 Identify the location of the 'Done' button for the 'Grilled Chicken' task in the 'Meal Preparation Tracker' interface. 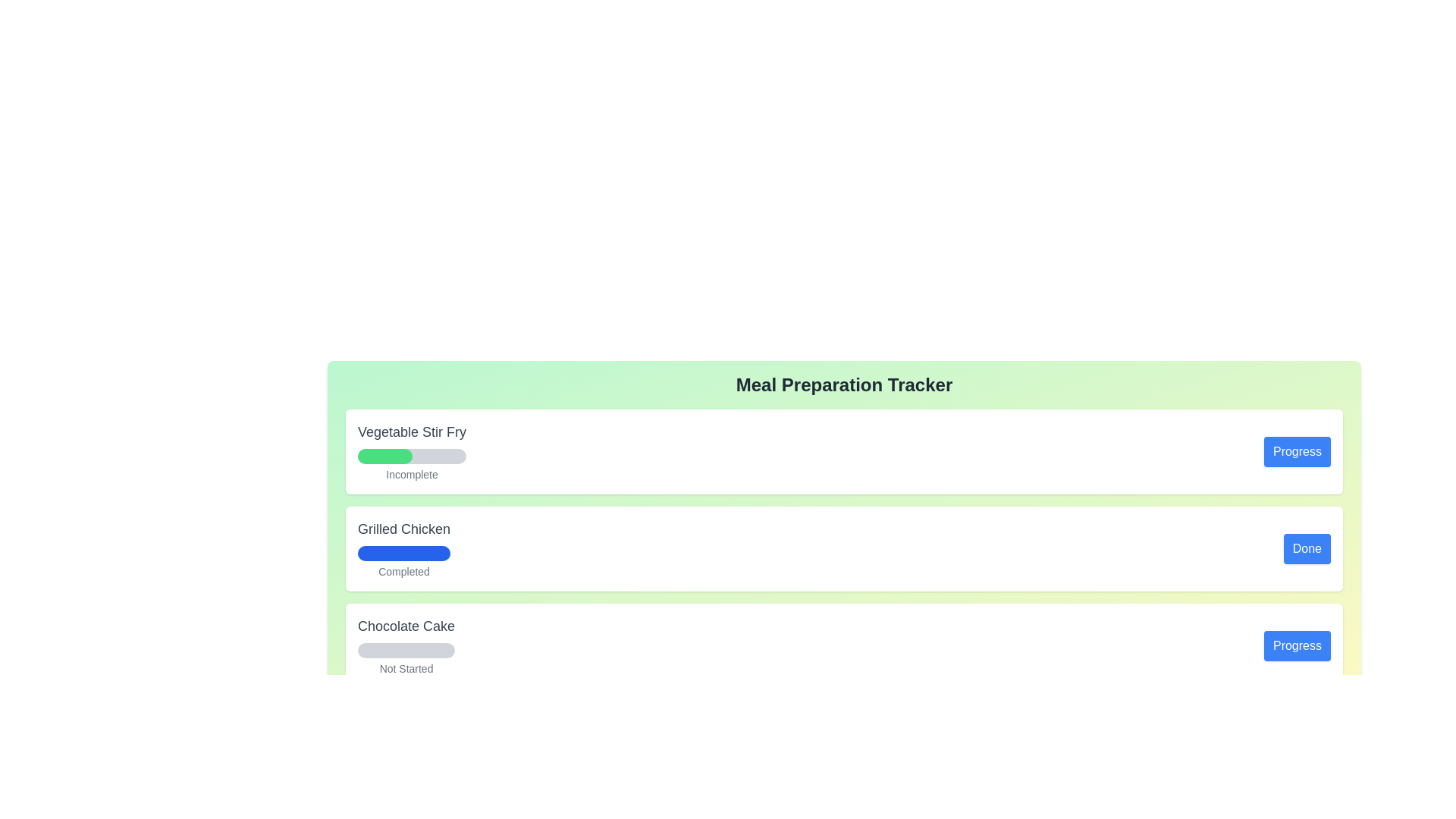
(1306, 549).